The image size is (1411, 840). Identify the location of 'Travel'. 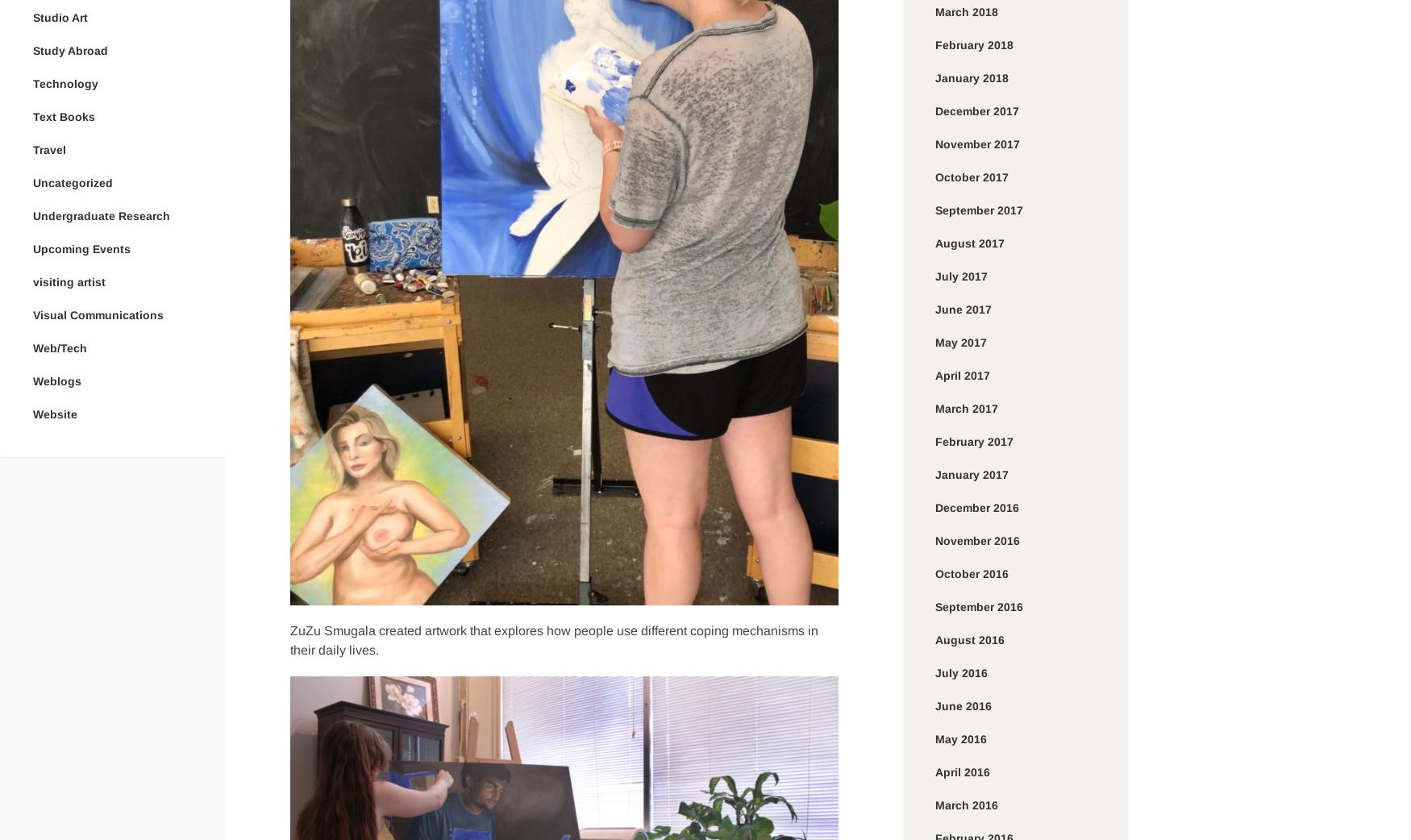
(48, 148).